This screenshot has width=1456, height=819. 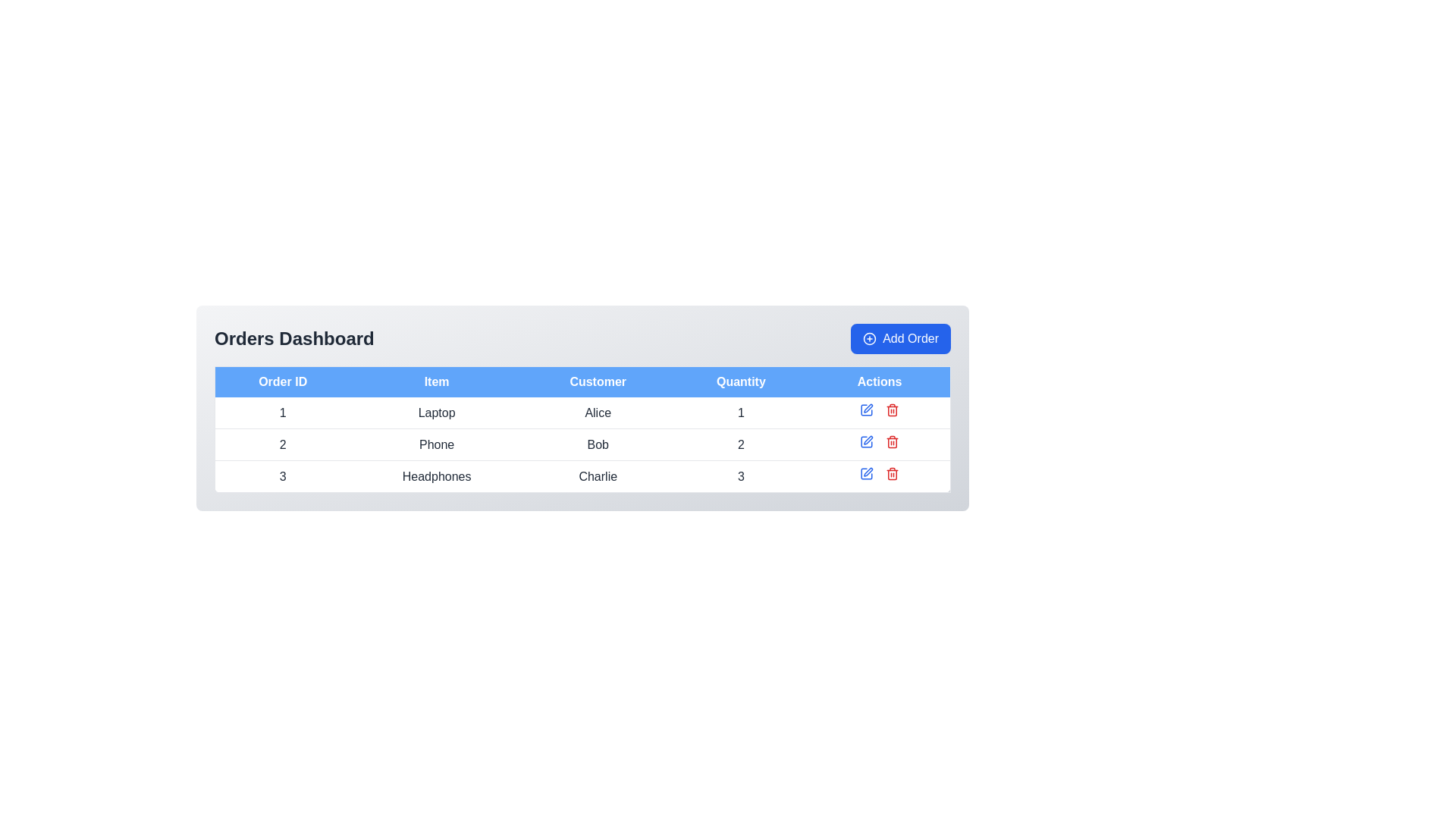 What do you see at coordinates (870, 338) in the screenshot?
I see `the 'Add Order' button located at the top-right corner of the dashboard, specifically targeting the circular outline of the plus icon within it` at bounding box center [870, 338].